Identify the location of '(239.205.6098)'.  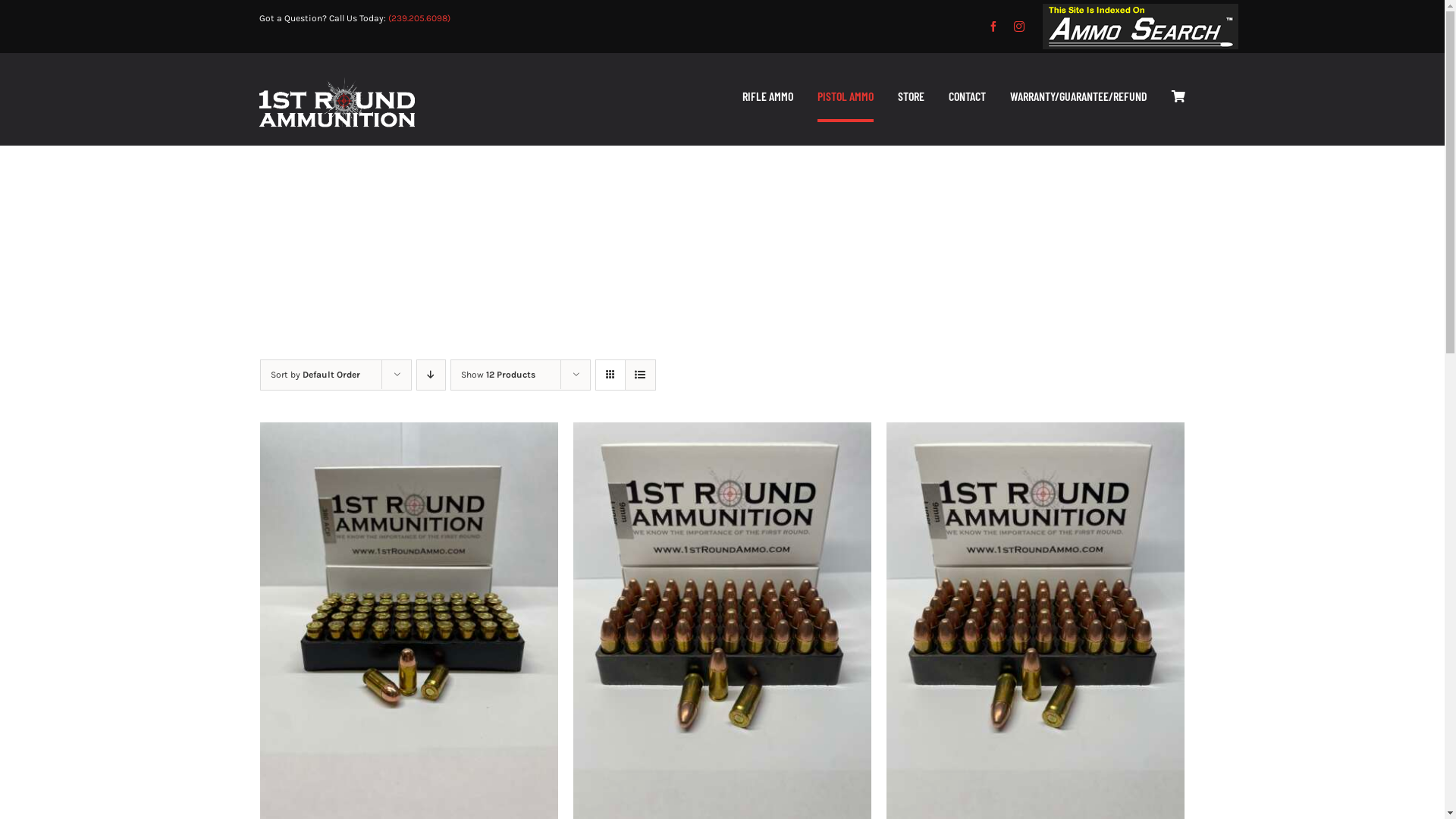
(419, 17).